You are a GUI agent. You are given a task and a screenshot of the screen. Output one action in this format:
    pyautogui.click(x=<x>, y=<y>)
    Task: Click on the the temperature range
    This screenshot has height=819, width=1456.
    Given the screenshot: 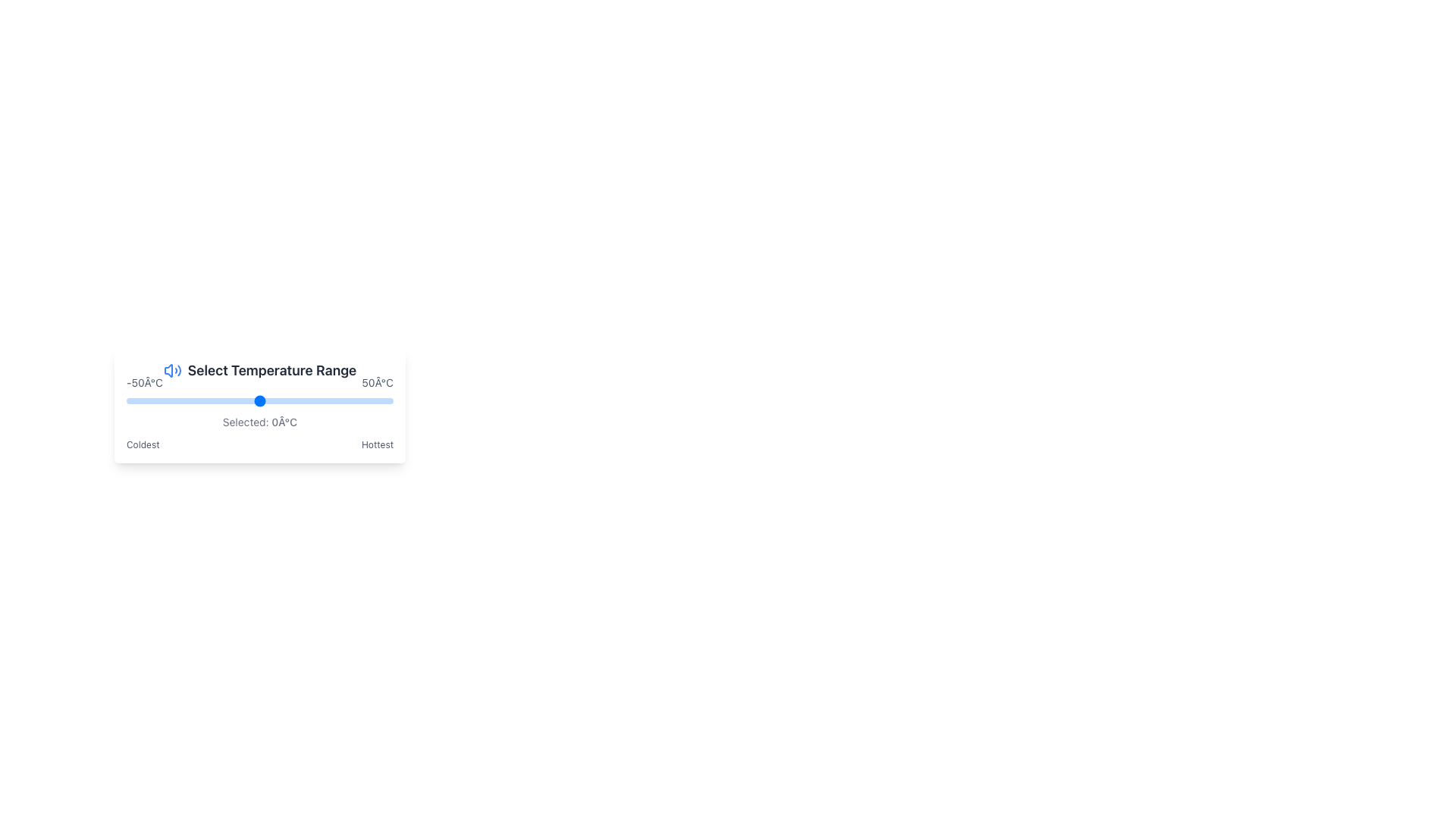 What is the action you would take?
    pyautogui.click(x=318, y=400)
    